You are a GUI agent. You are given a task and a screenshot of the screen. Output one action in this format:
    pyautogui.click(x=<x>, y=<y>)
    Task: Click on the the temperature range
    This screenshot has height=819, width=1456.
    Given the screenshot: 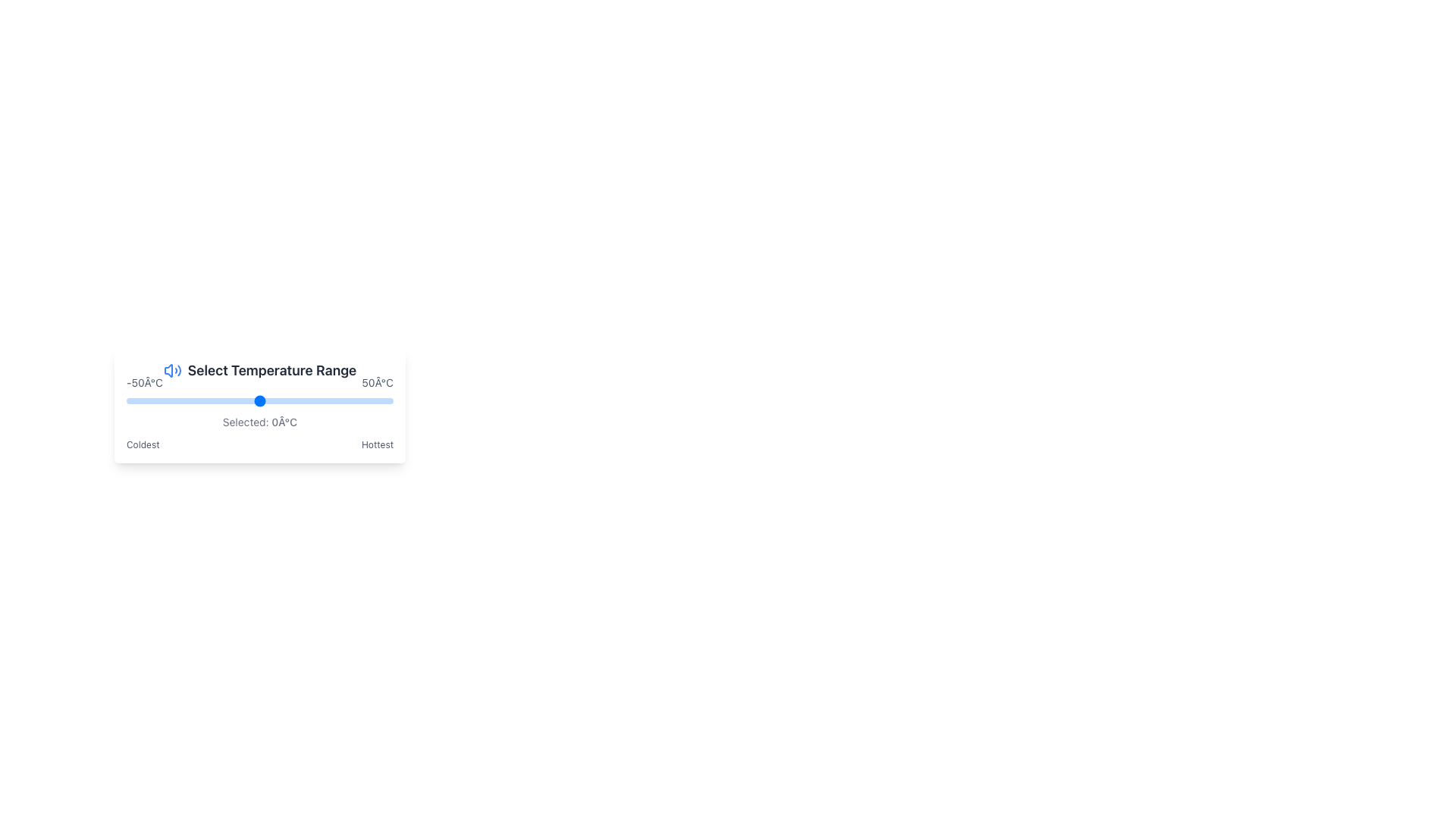 What is the action you would take?
    pyautogui.click(x=318, y=400)
    